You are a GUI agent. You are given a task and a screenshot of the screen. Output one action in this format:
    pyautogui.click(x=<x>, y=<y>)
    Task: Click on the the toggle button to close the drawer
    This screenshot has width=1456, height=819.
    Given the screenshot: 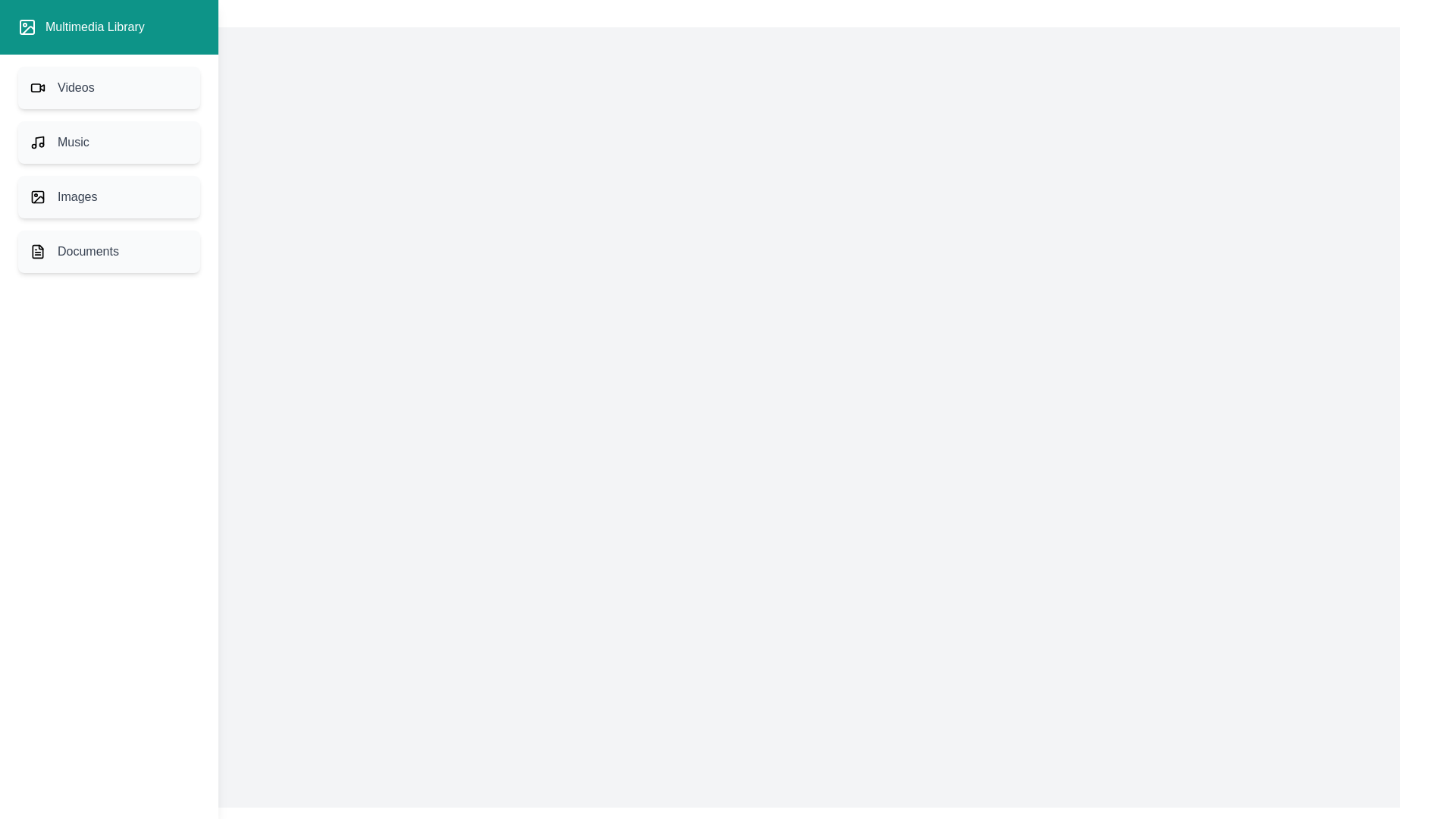 What is the action you would take?
    pyautogui.click(x=39, y=38)
    